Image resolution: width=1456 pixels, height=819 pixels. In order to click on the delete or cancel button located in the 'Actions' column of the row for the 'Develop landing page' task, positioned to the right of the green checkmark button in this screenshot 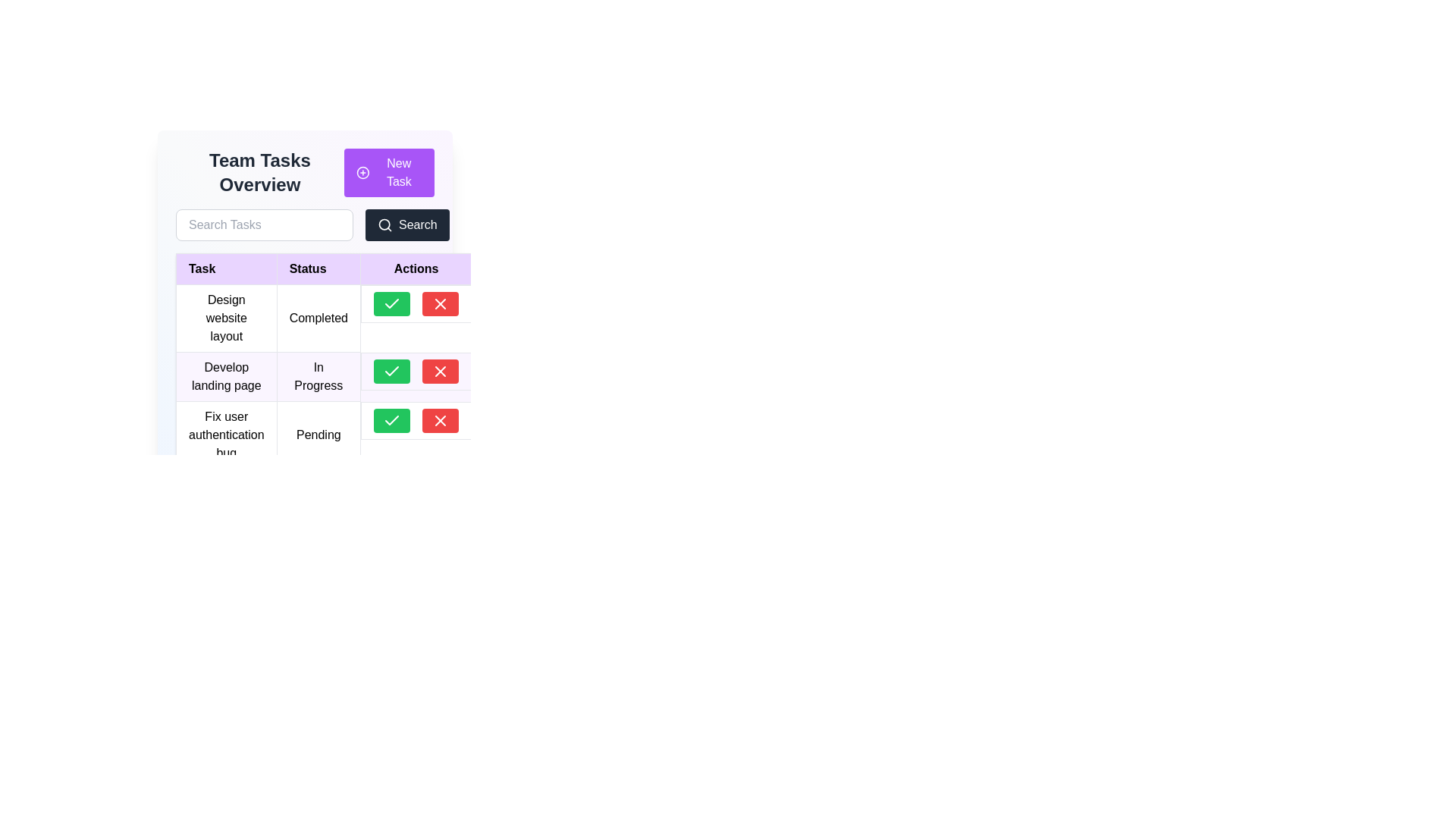, I will do `click(439, 371)`.